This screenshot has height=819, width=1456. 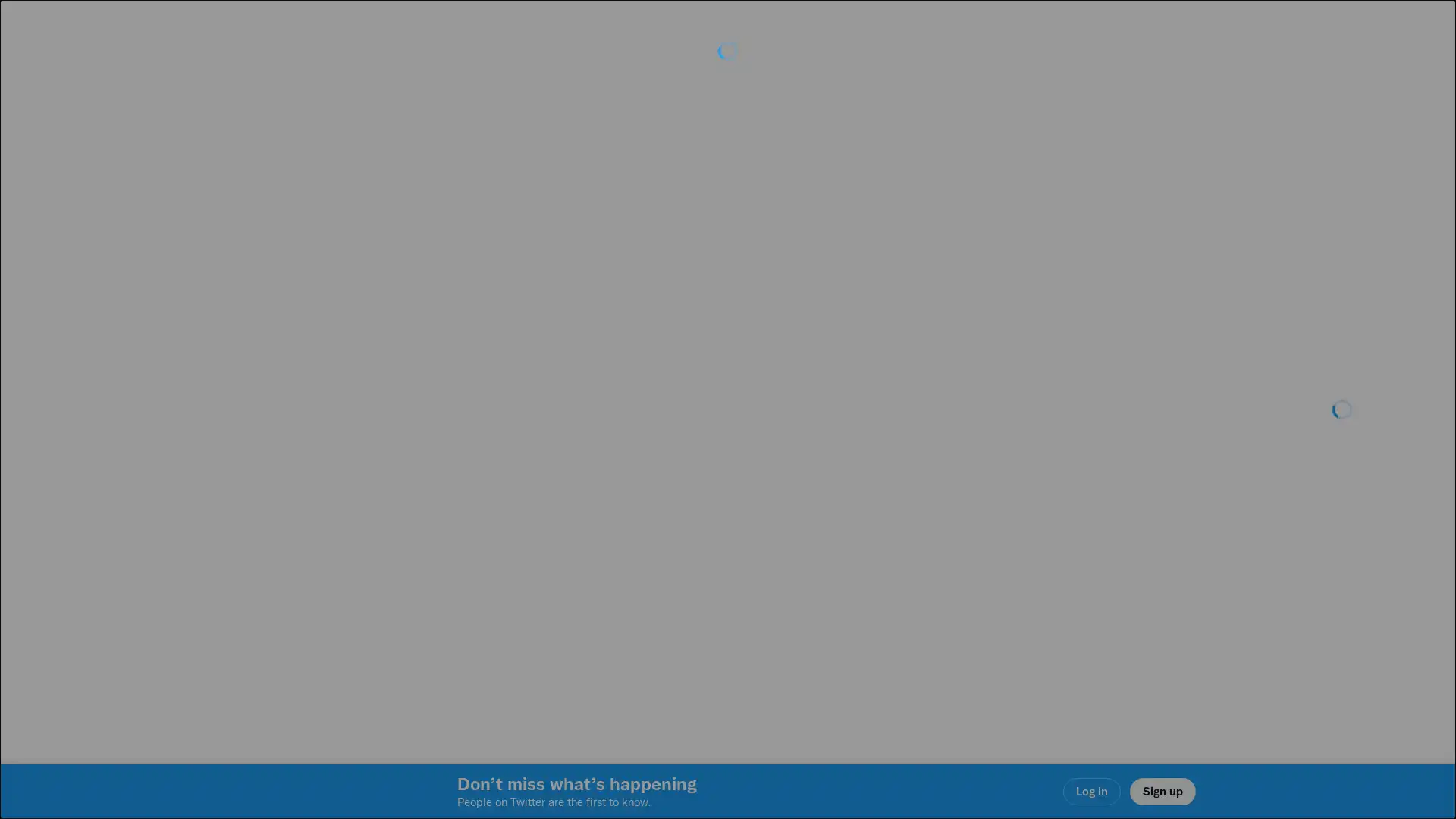 What do you see at coordinates (910, 516) in the screenshot?
I see `Log in` at bounding box center [910, 516].